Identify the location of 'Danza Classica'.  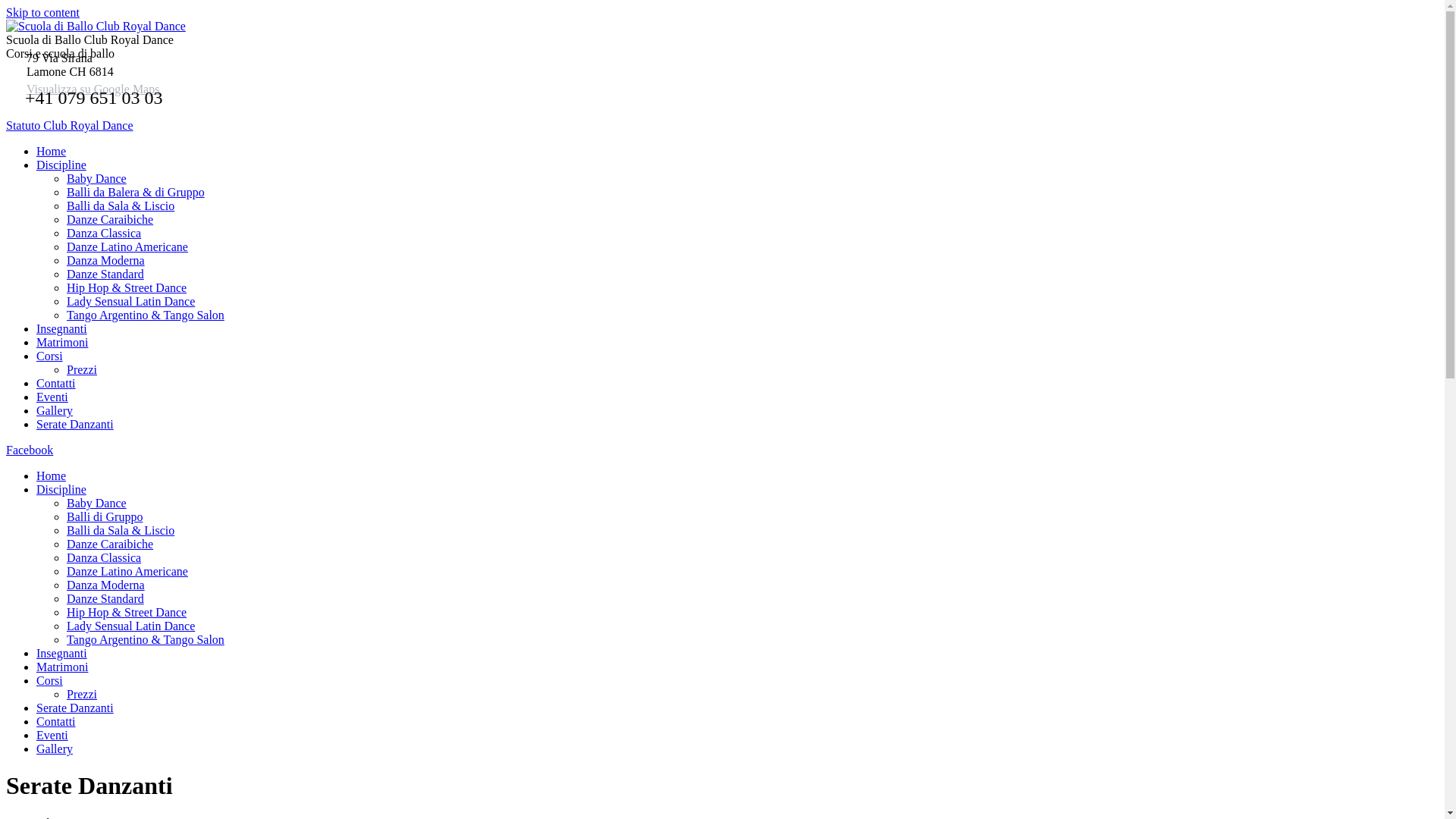
(103, 557).